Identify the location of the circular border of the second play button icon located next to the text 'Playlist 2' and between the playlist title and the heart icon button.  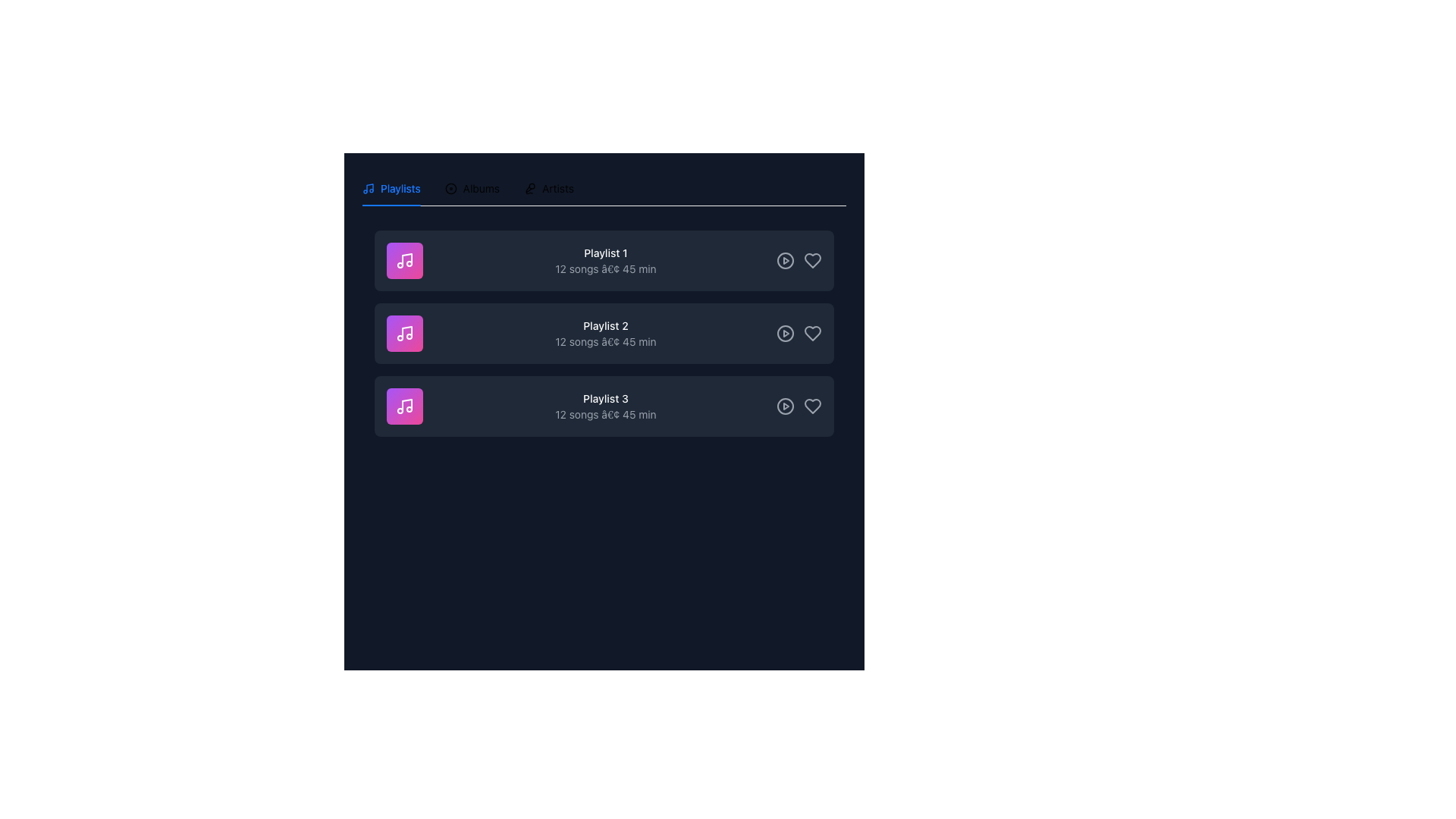
(786, 332).